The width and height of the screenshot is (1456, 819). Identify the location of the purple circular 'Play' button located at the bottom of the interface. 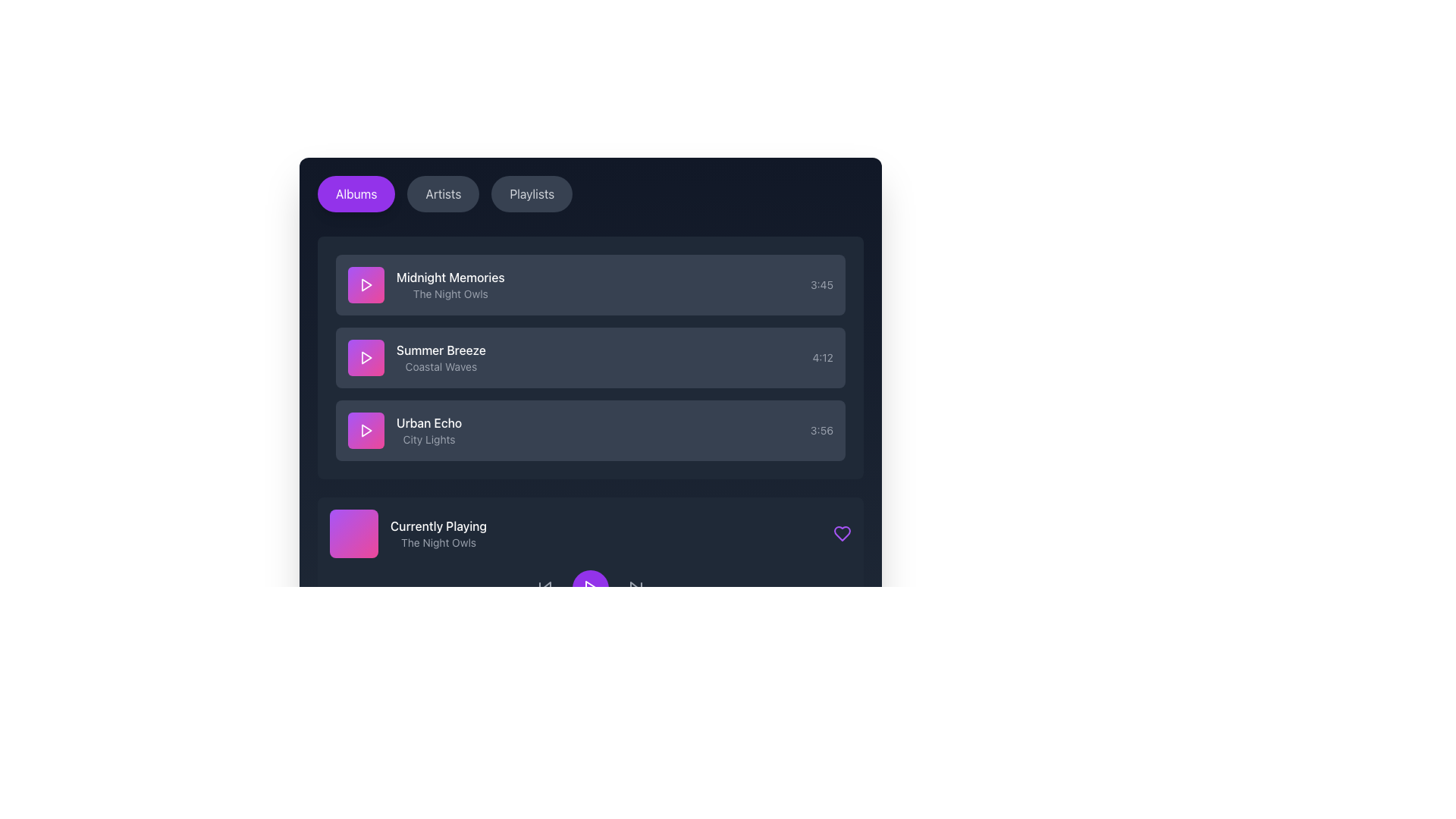
(589, 587).